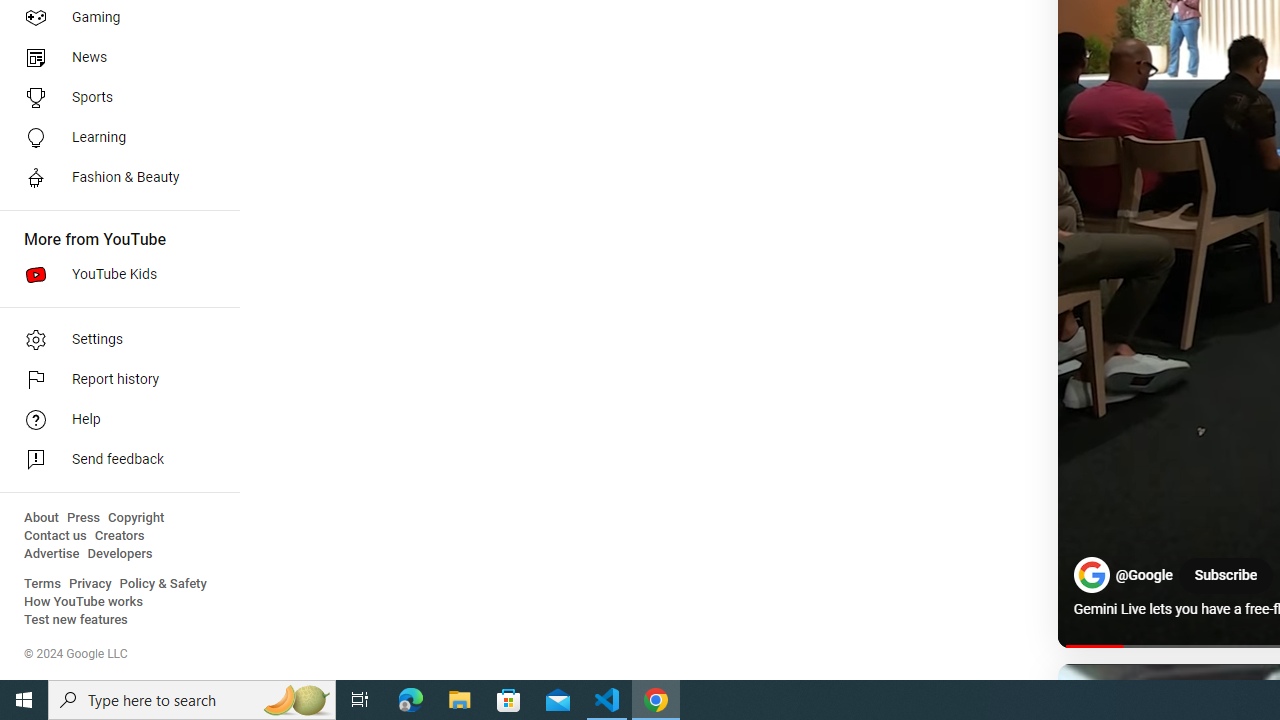 The height and width of the screenshot is (720, 1280). What do you see at coordinates (112, 97) in the screenshot?
I see `'Sports'` at bounding box center [112, 97].